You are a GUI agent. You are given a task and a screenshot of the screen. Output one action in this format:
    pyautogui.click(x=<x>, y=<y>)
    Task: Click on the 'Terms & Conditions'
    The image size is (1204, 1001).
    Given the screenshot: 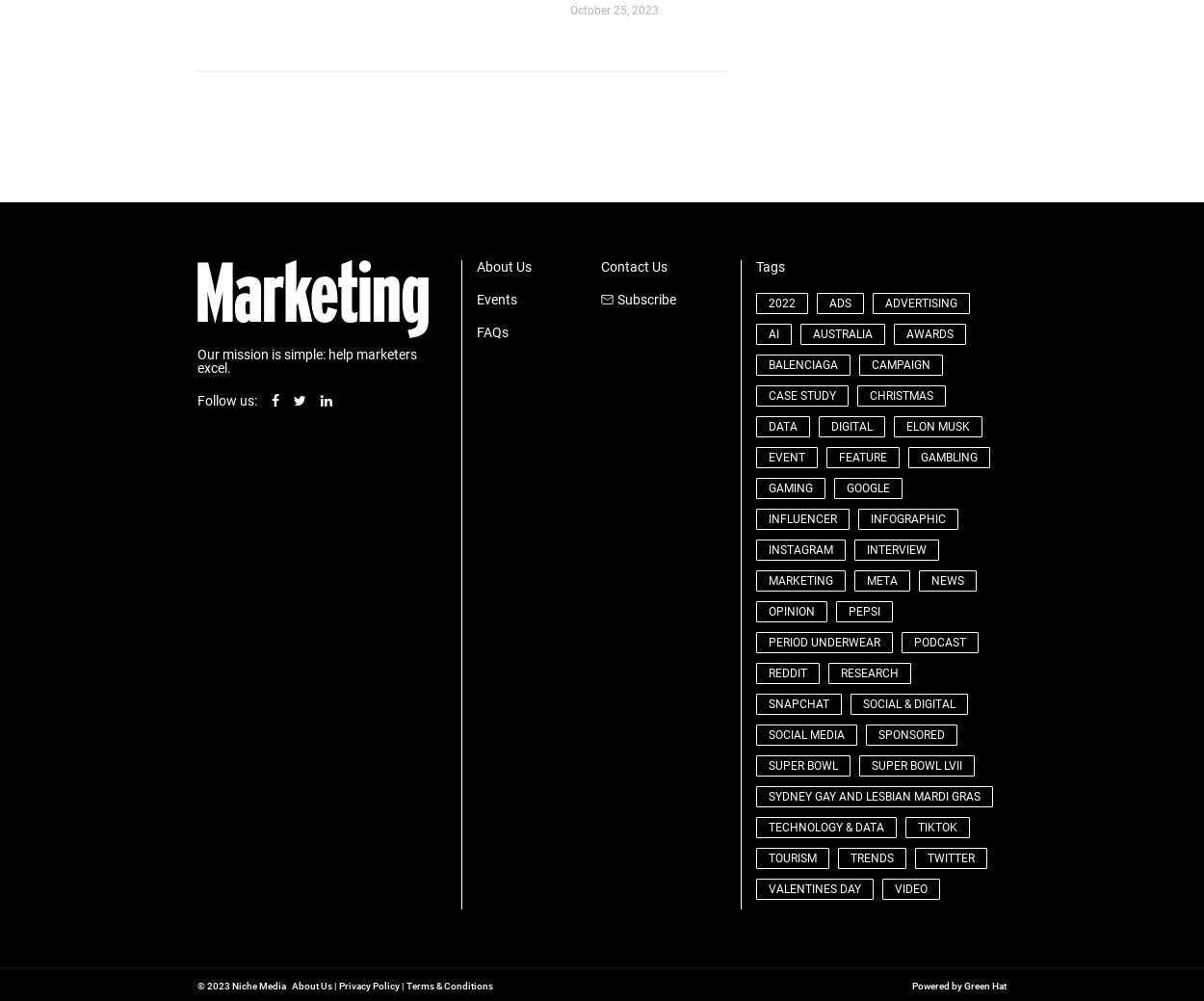 What is the action you would take?
    pyautogui.click(x=449, y=985)
    